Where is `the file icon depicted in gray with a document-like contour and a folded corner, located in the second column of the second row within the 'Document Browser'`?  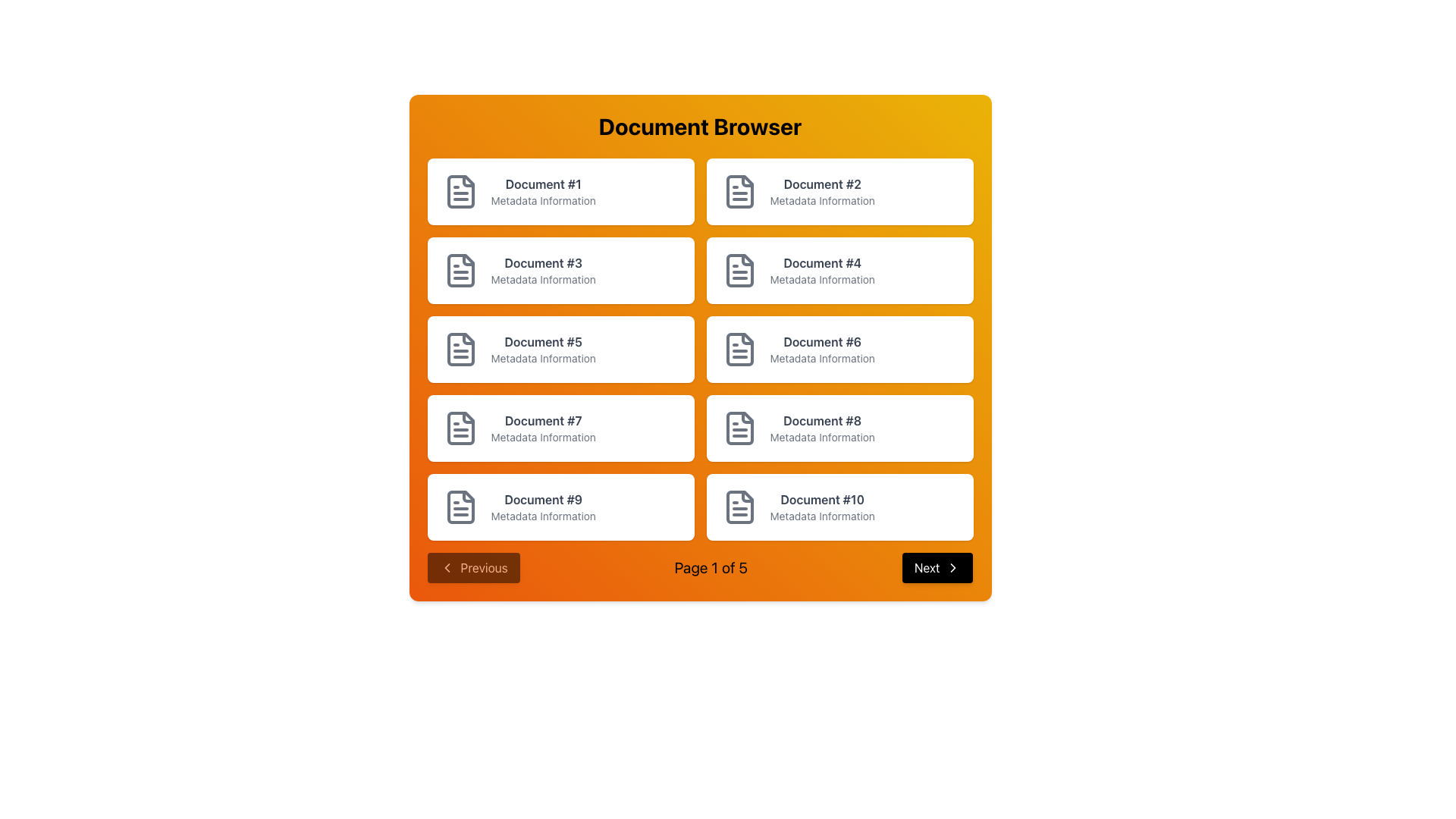
the file icon depicted in gray with a document-like contour and a folded corner, located in the second column of the second row within the 'Document Browser' is located at coordinates (739, 270).